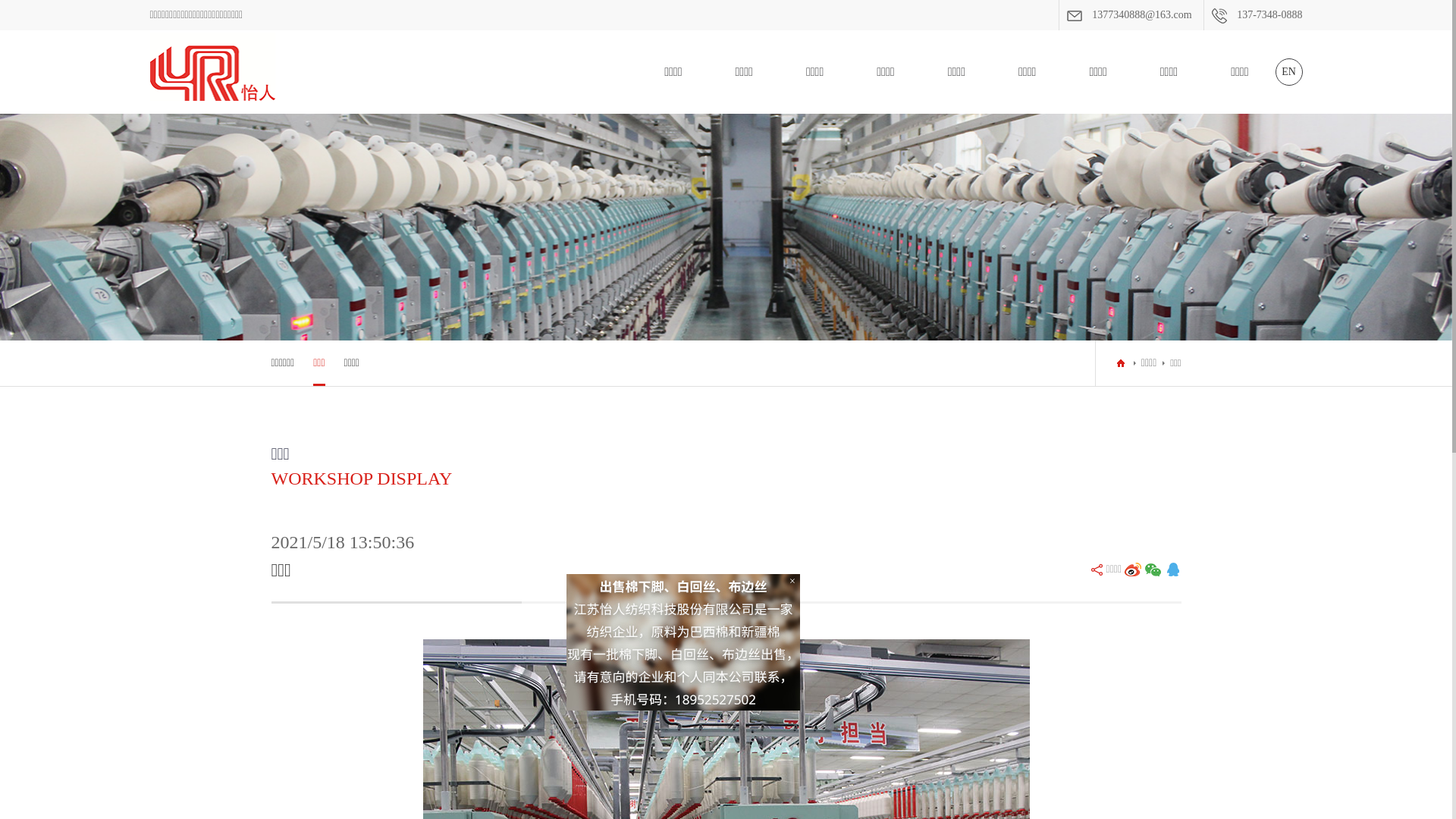  What do you see at coordinates (1274, 72) in the screenshot?
I see `'EN'` at bounding box center [1274, 72].